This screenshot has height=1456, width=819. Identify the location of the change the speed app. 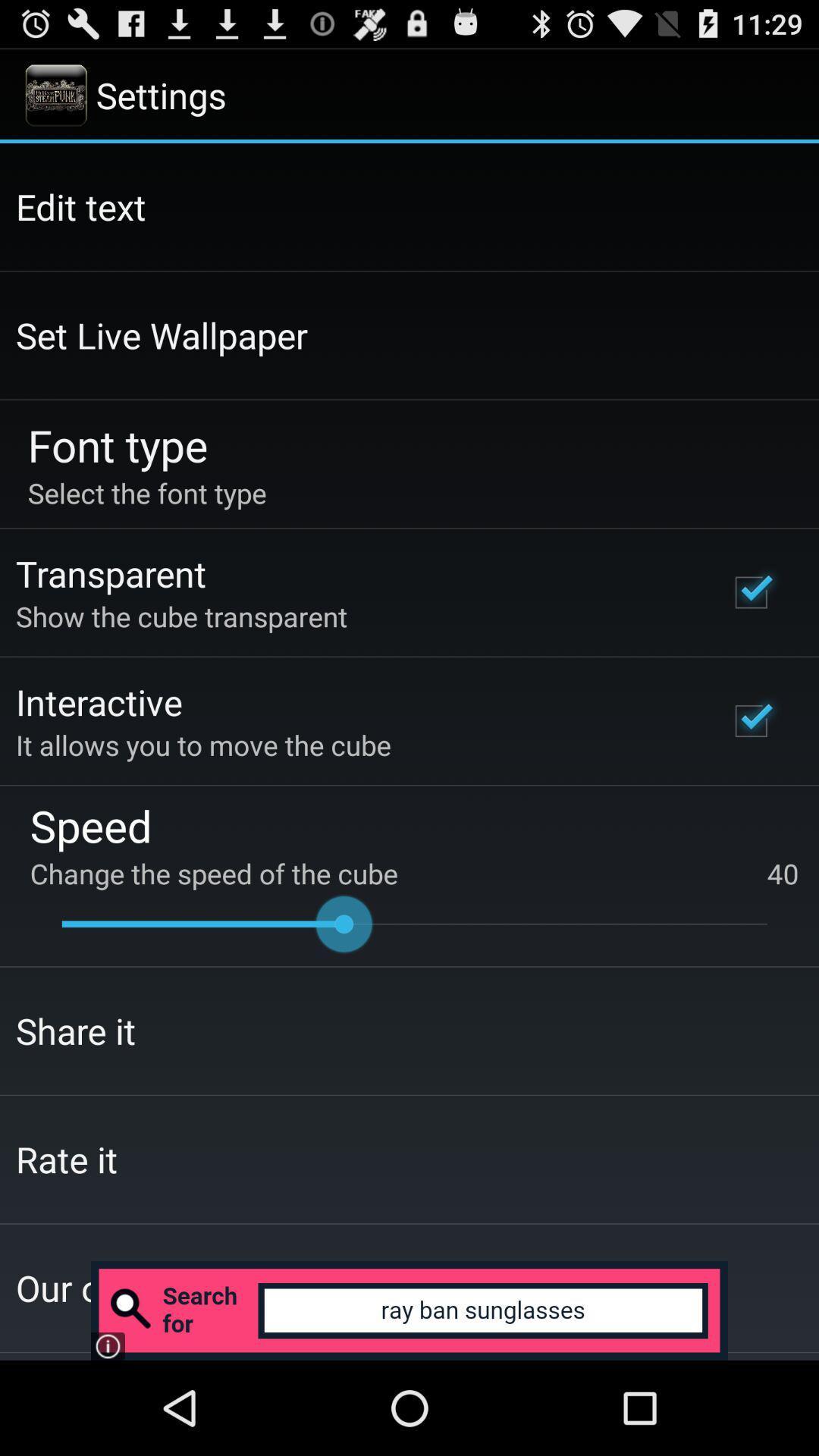
(414, 874).